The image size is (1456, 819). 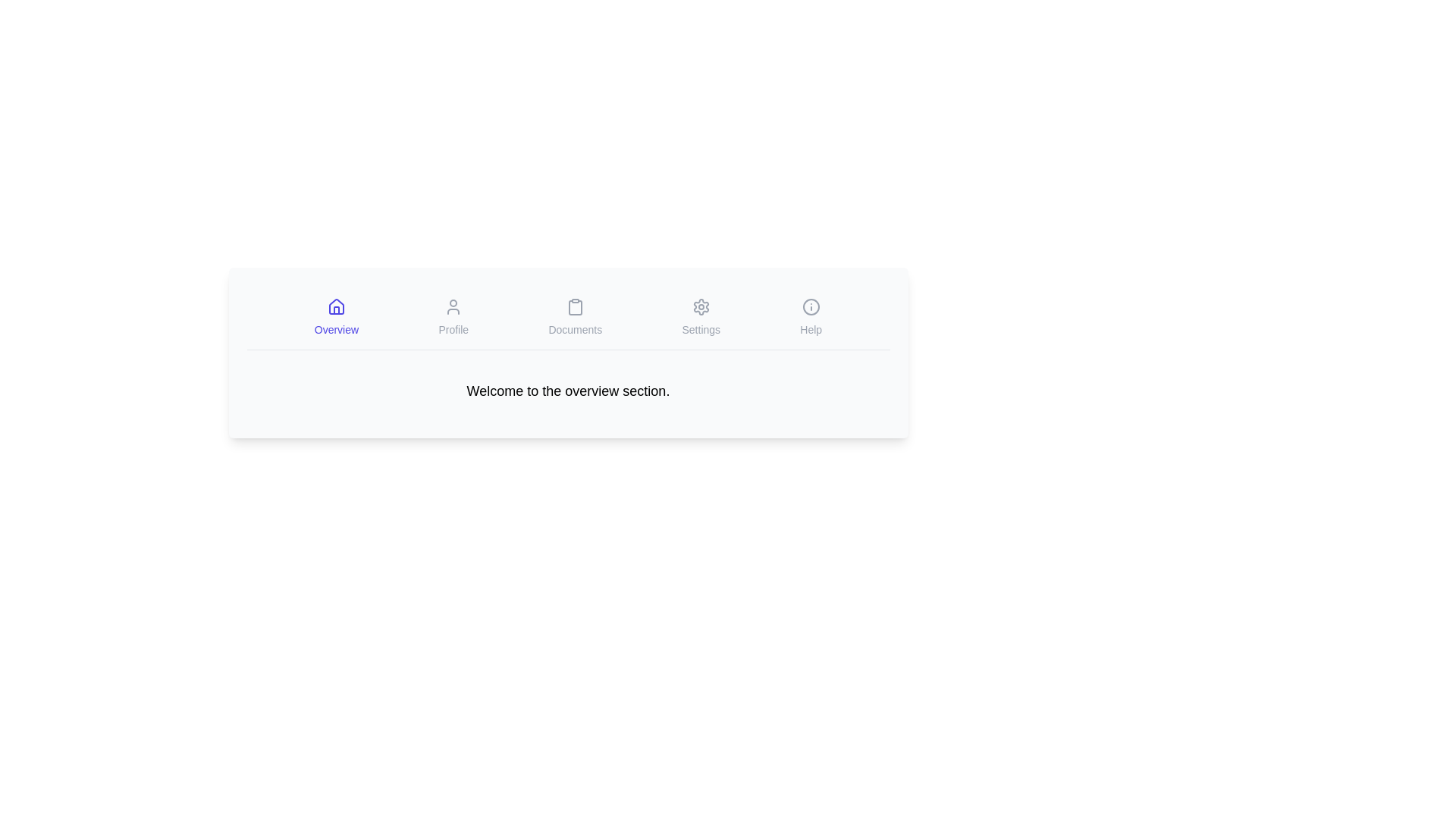 What do you see at coordinates (700, 307) in the screenshot?
I see `the gear-like icon button located in the horizontal menu bar` at bounding box center [700, 307].